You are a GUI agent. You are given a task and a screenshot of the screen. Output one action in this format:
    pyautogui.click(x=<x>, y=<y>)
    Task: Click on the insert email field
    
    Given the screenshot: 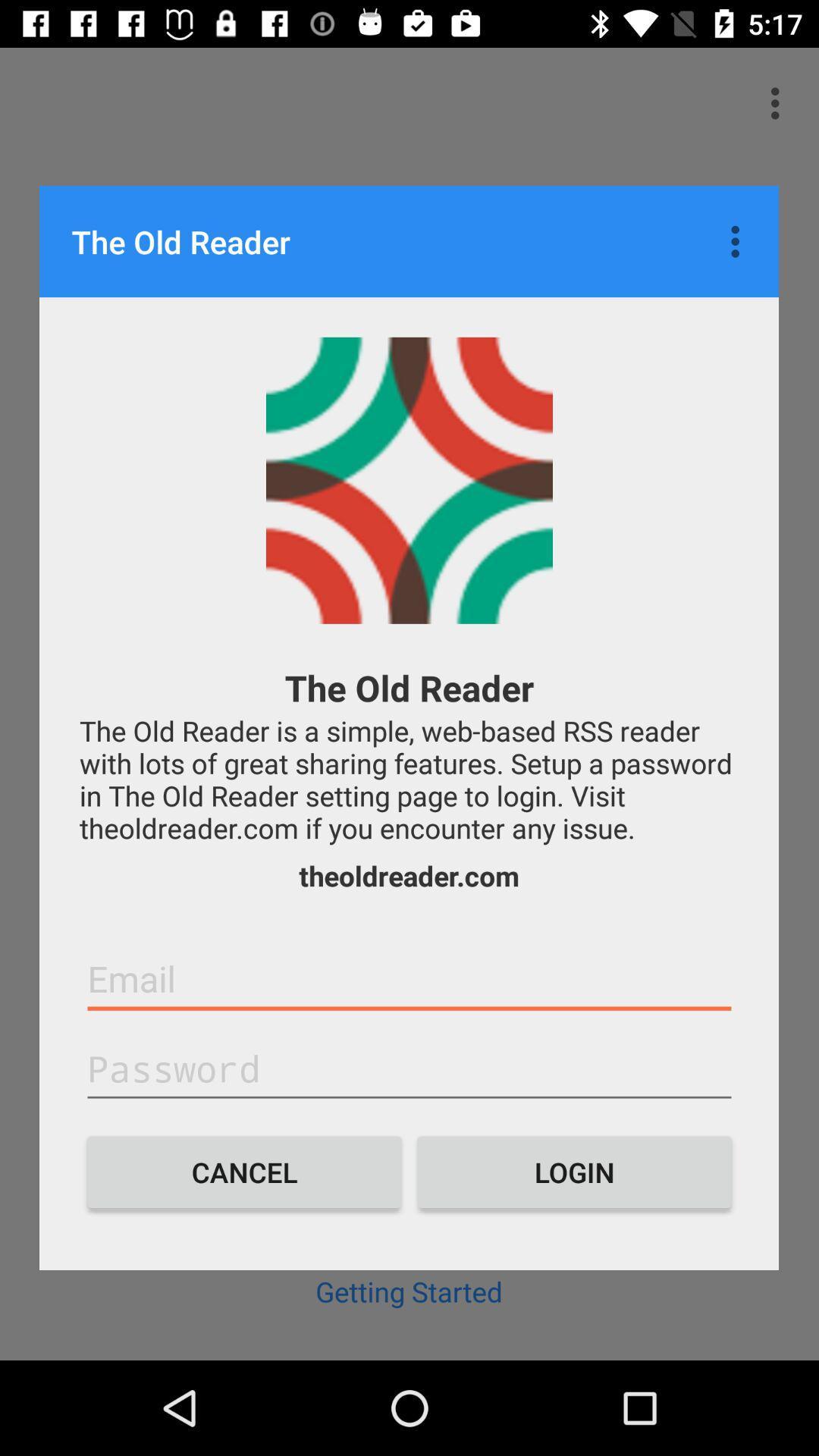 What is the action you would take?
    pyautogui.click(x=409, y=979)
    